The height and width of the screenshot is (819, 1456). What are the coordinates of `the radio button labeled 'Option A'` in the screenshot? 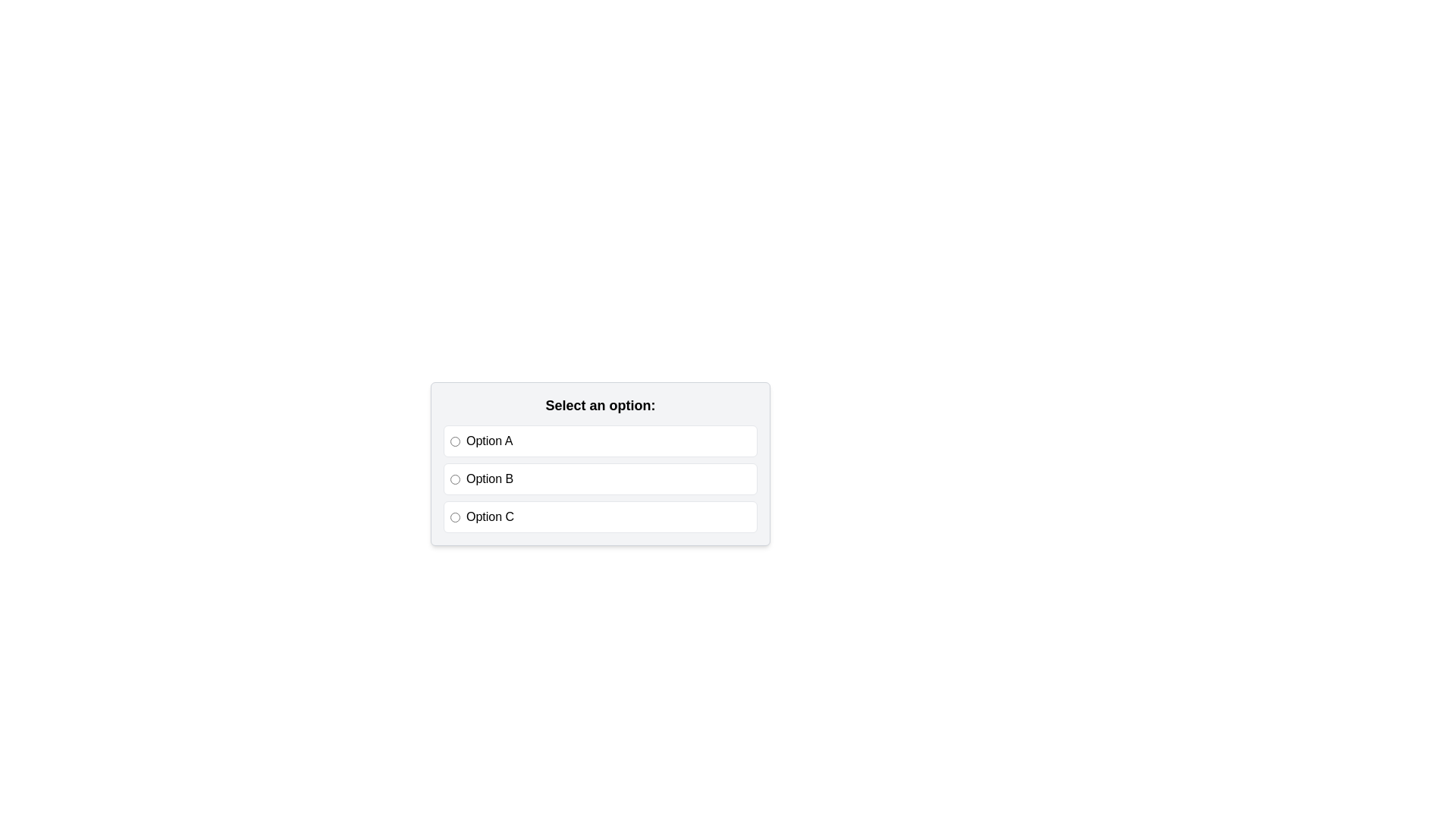 It's located at (600, 441).